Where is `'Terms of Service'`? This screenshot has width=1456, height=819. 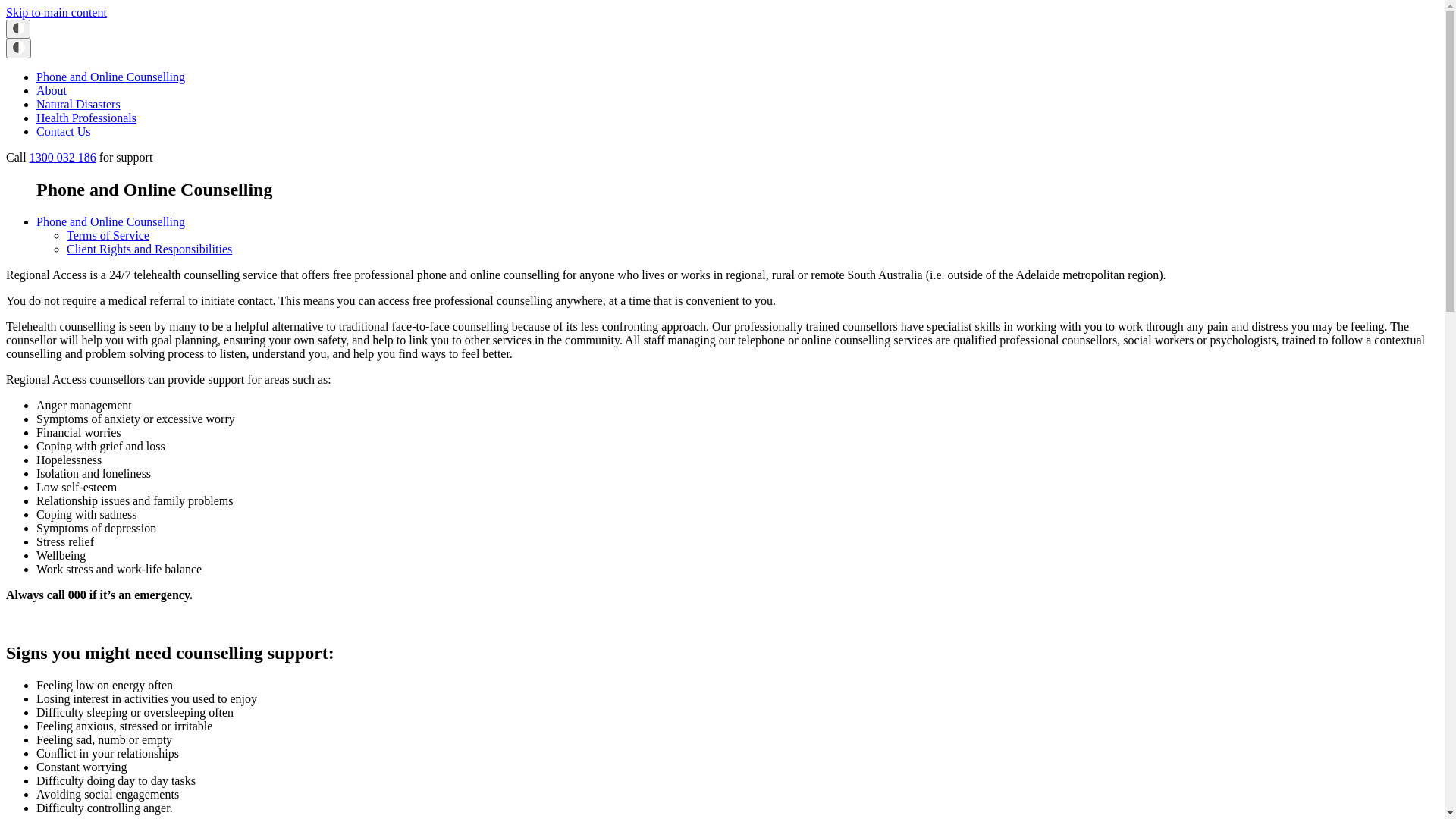 'Terms of Service' is located at coordinates (107, 235).